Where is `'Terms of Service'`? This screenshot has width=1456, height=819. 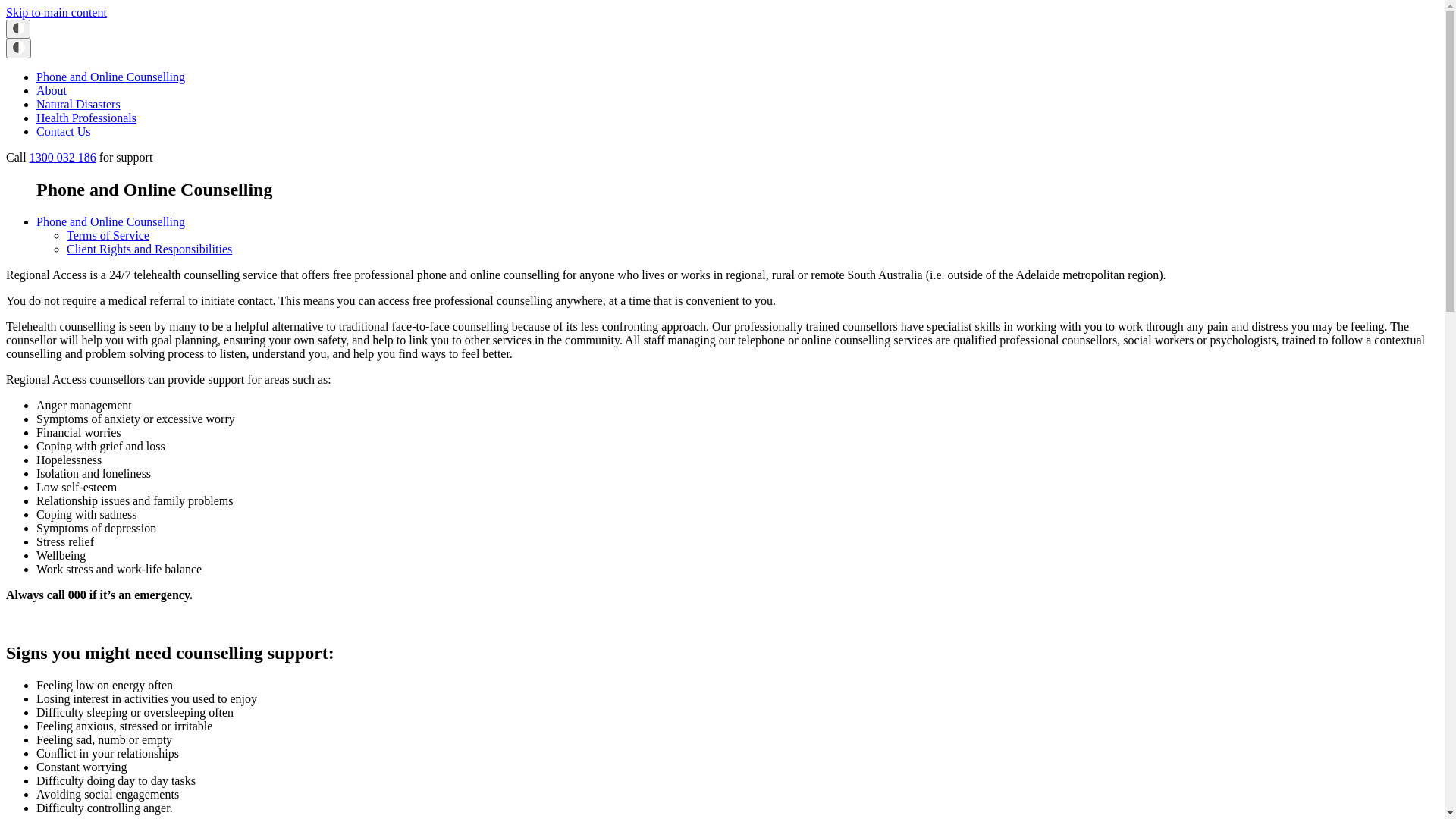 'Terms of Service' is located at coordinates (107, 235).